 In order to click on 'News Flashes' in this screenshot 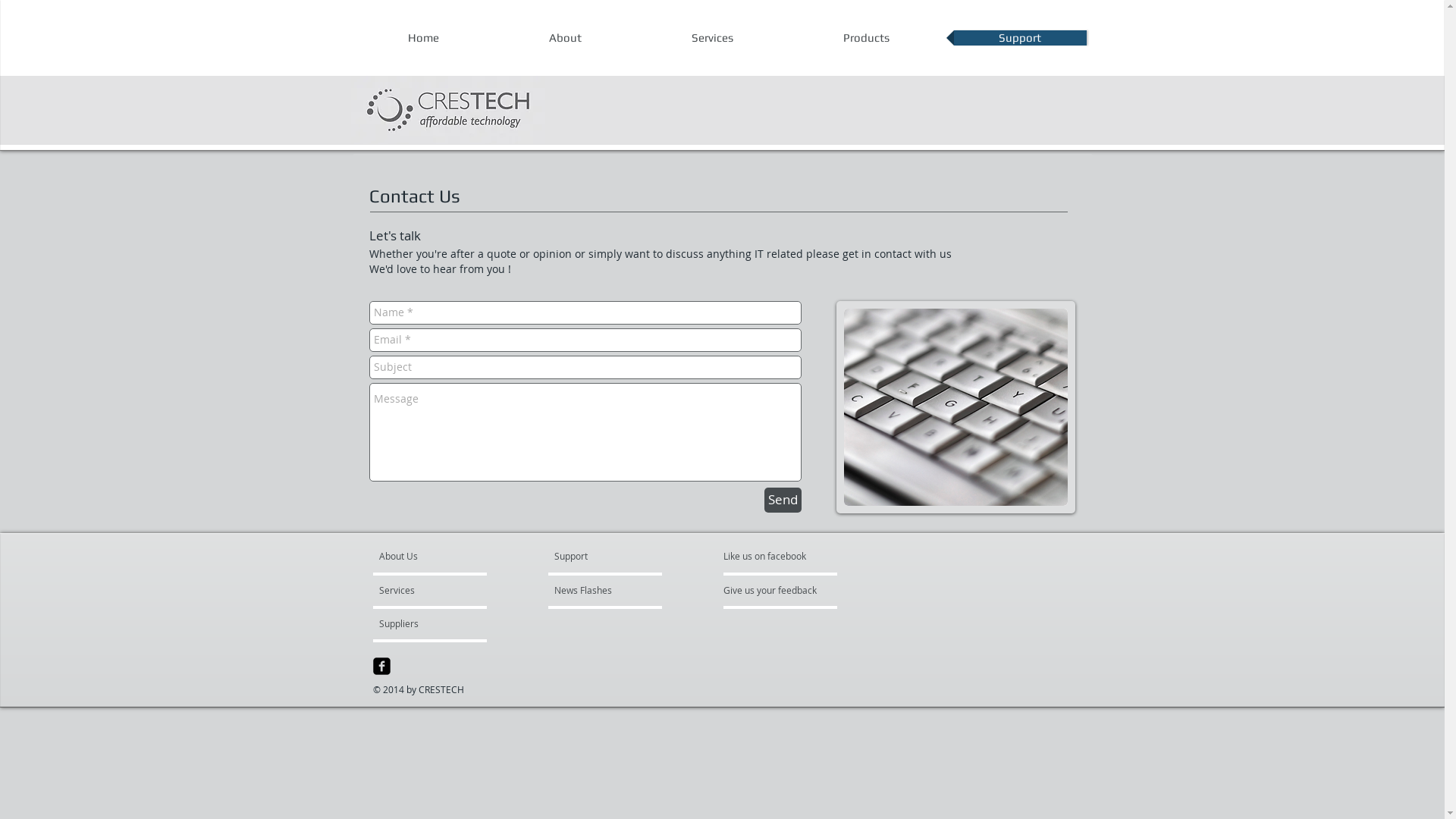, I will do `click(596, 589)`.